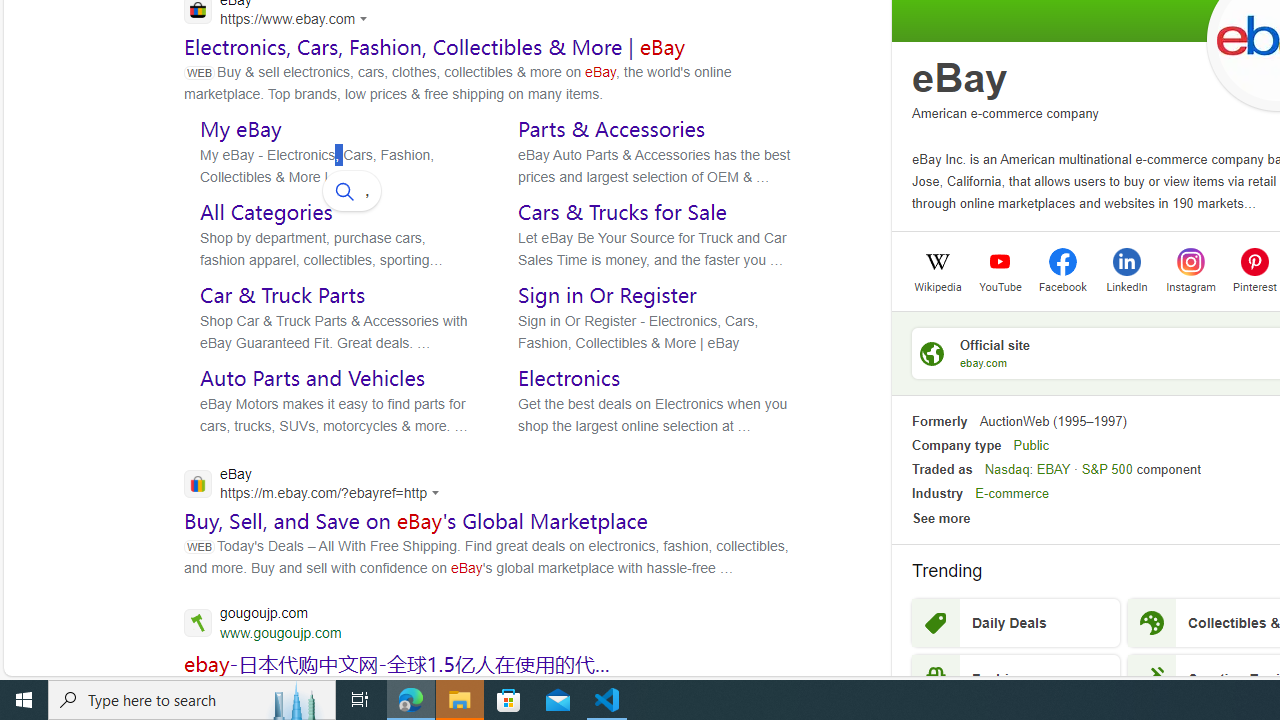 Image resolution: width=1280 pixels, height=720 pixels. I want to click on 'Buy, Sell, and Save on eBay', so click(415, 520).